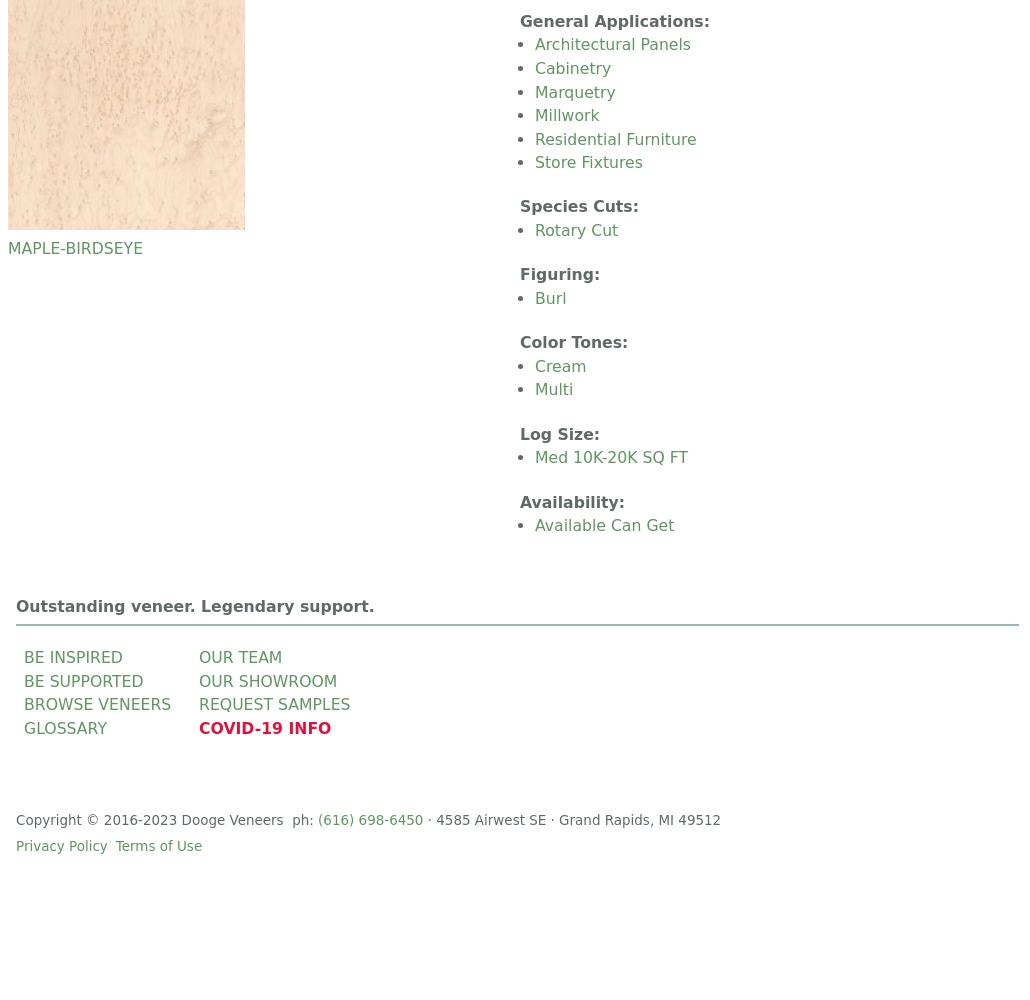  What do you see at coordinates (562, 433) in the screenshot?
I see `'Log Size:'` at bounding box center [562, 433].